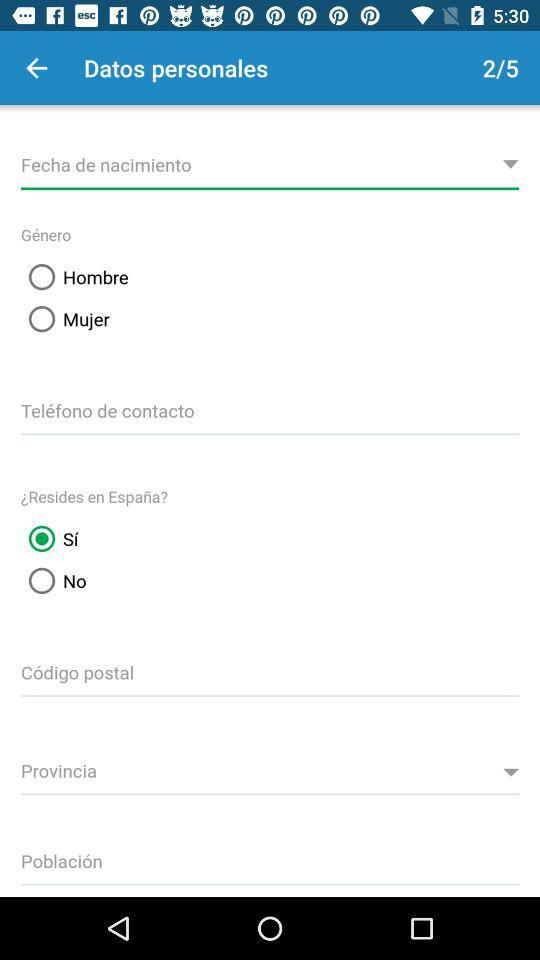 This screenshot has width=540, height=960. Describe the element at coordinates (270, 669) in the screenshot. I see `input postal code` at that location.